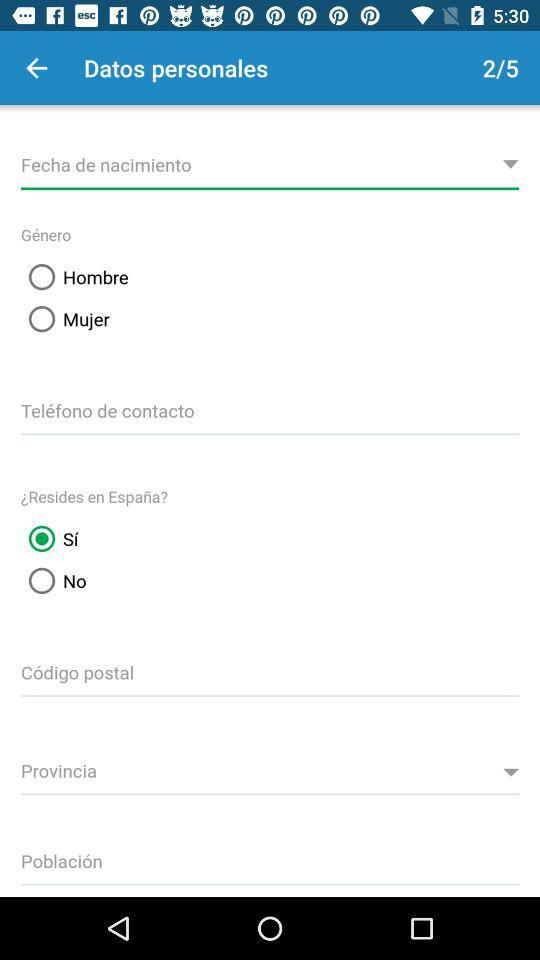 This screenshot has width=540, height=960. Describe the element at coordinates (270, 669) in the screenshot. I see `input postal code` at that location.